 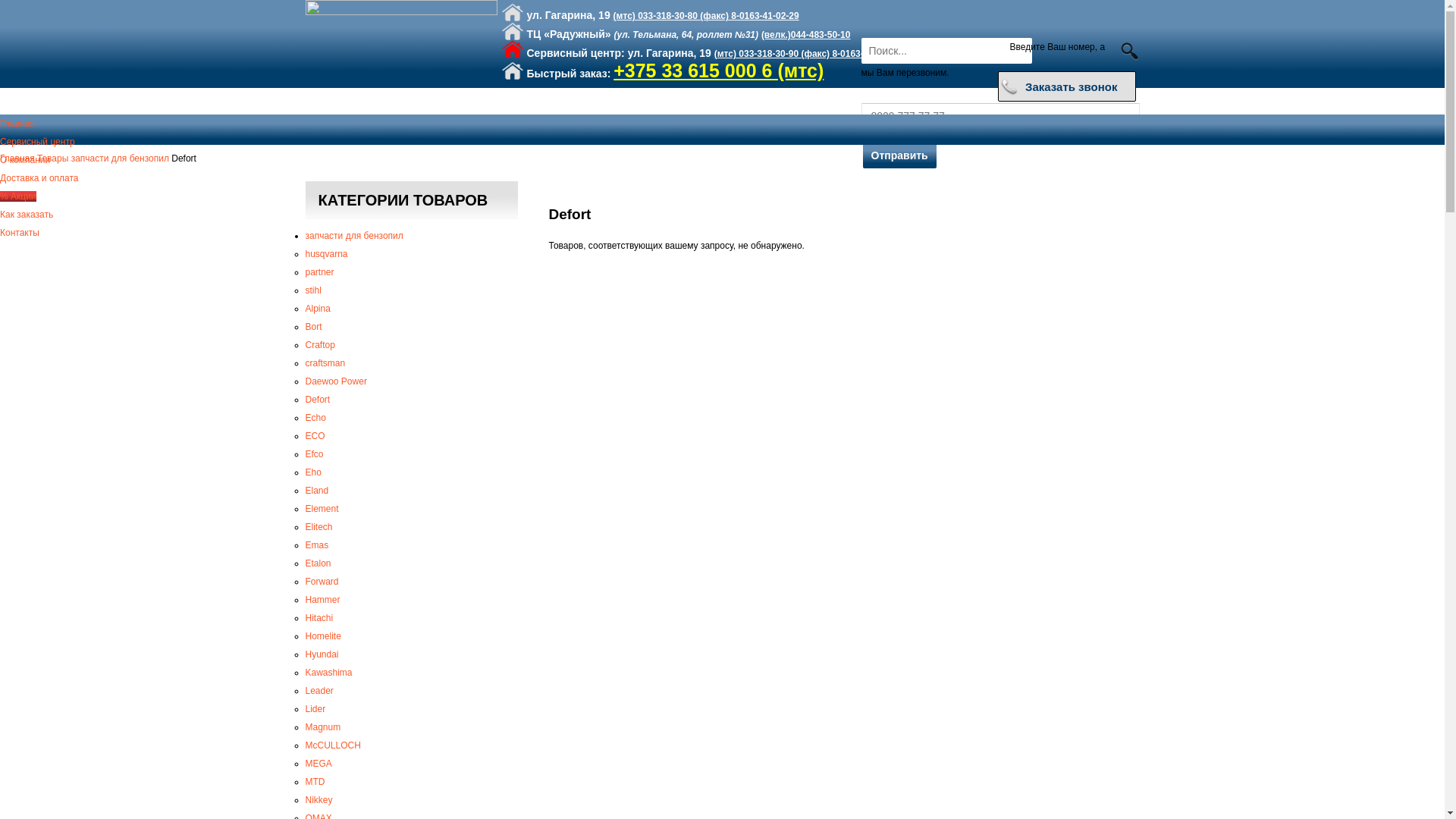 I want to click on 'Alpina', so click(x=316, y=308).